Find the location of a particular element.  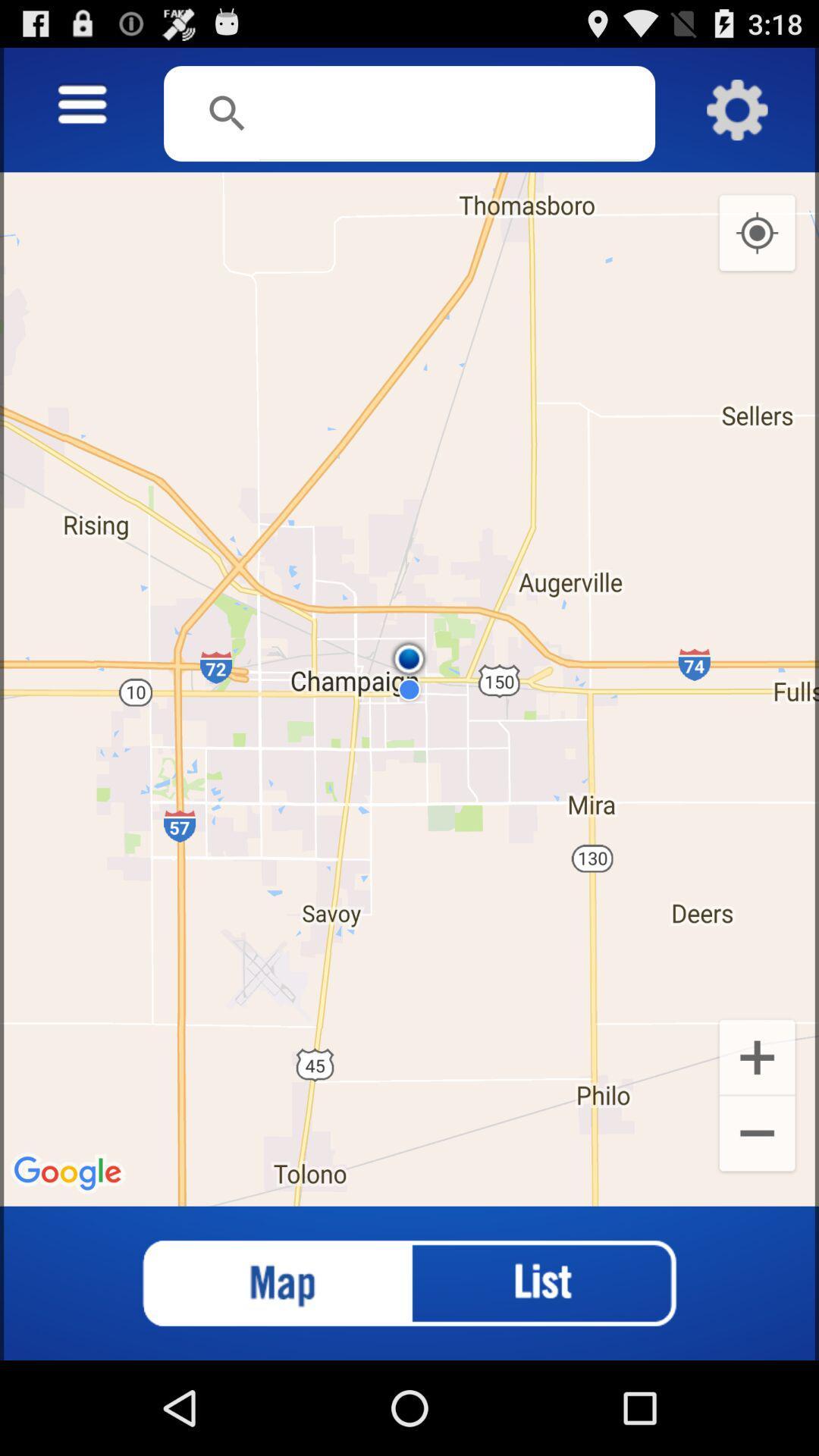

the settings icon is located at coordinates (736, 117).